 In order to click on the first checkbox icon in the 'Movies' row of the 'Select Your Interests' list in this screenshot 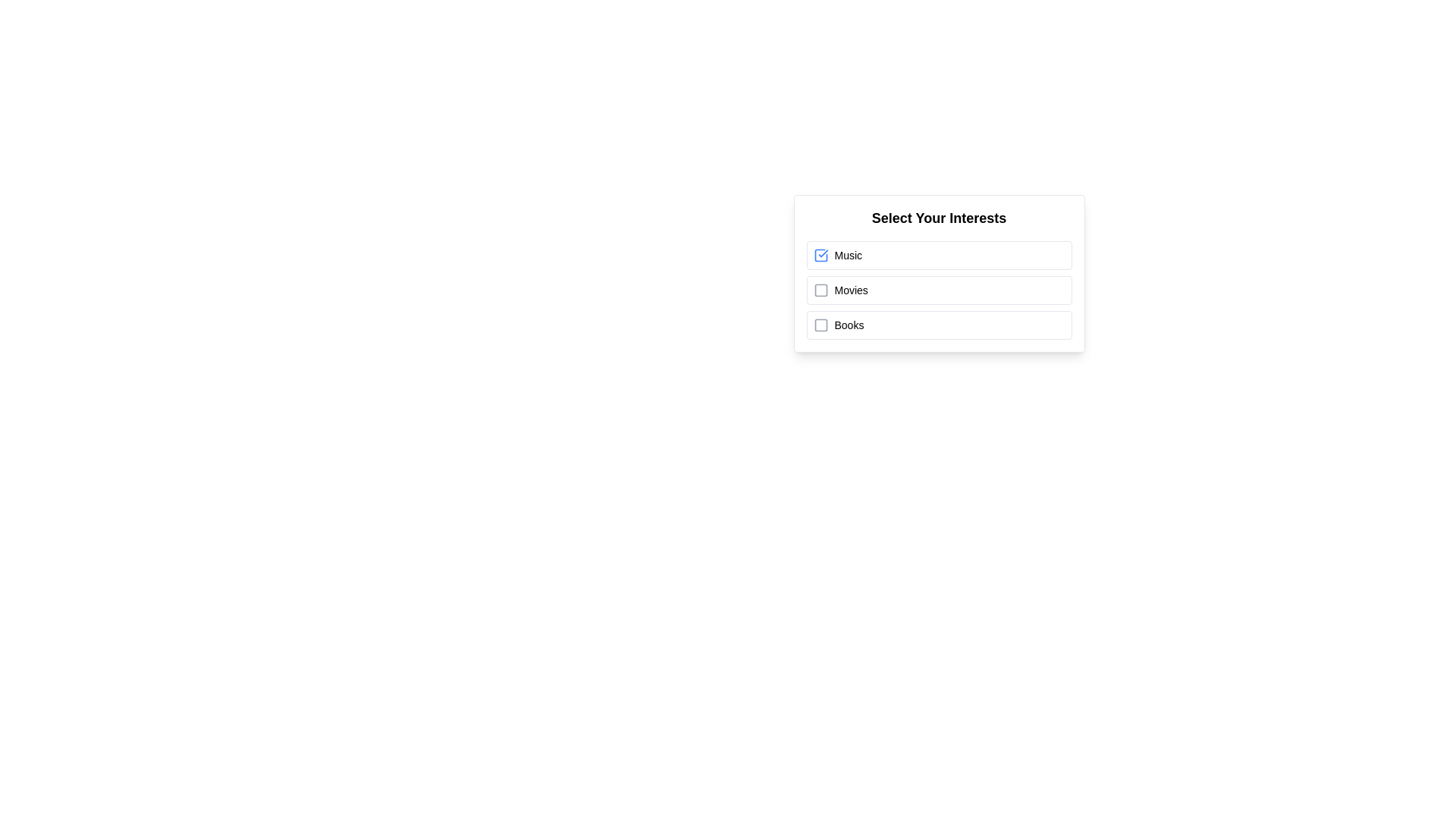, I will do `click(820, 290)`.